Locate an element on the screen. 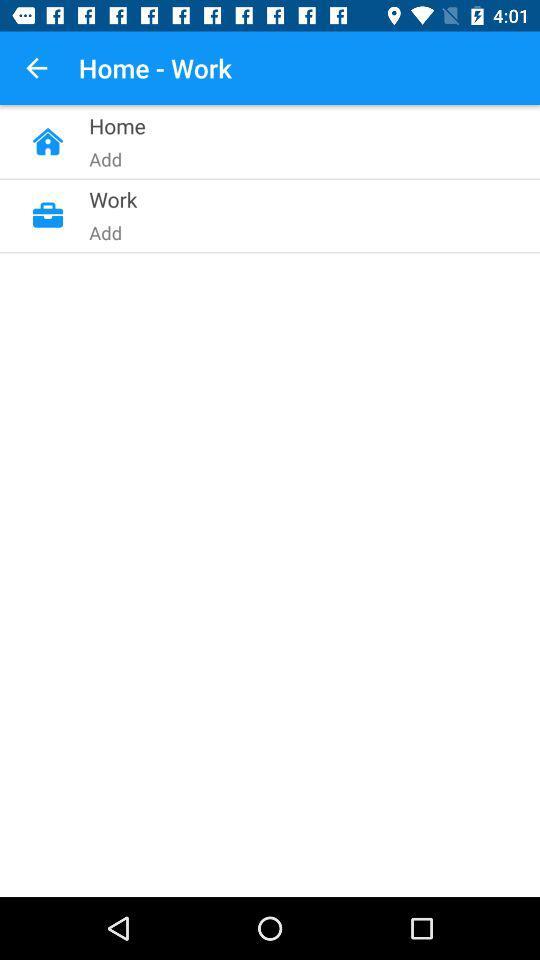  add which is below work is located at coordinates (226, 378).